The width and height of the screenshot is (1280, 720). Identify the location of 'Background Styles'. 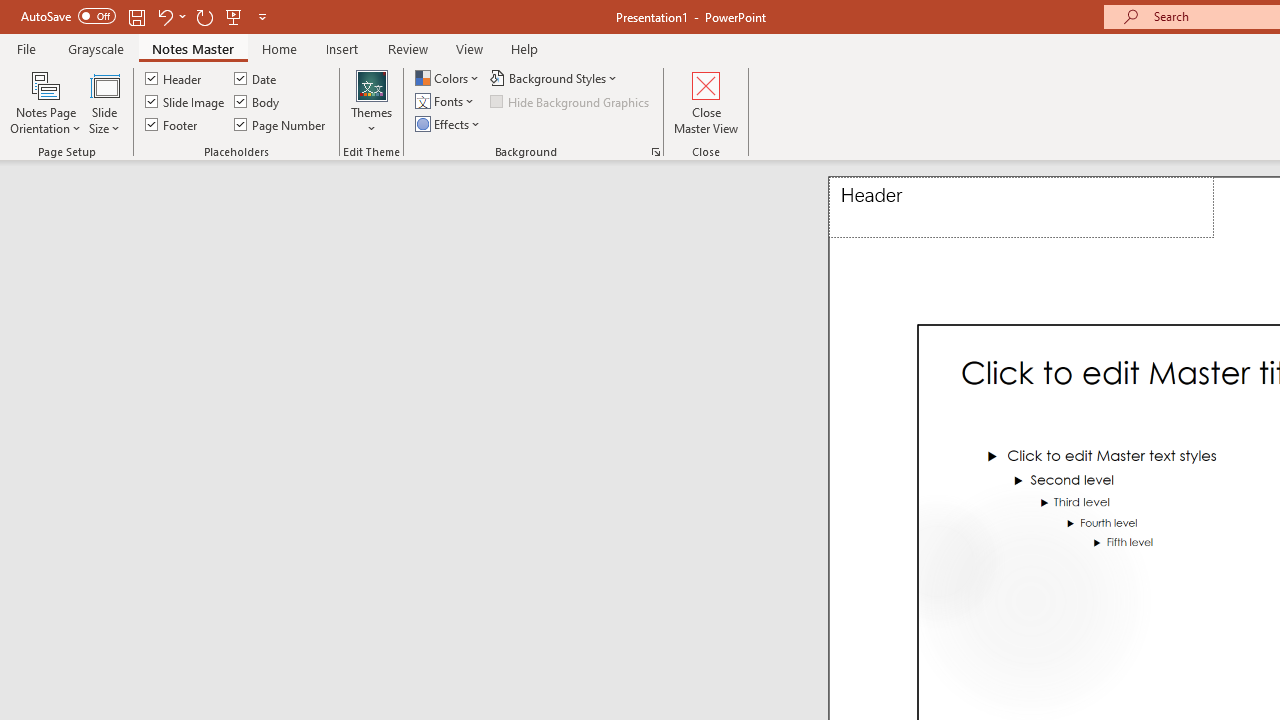
(555, 77).